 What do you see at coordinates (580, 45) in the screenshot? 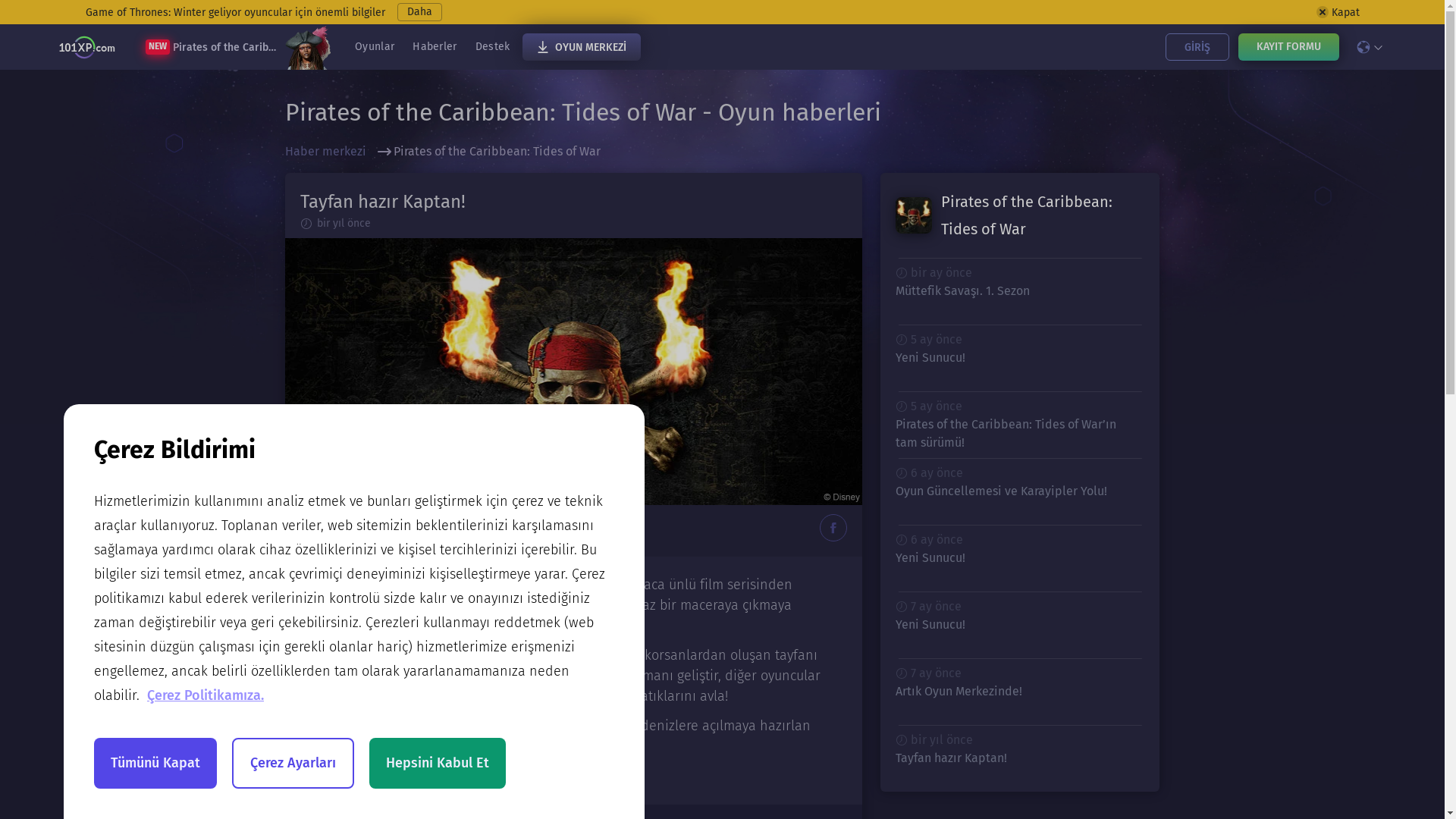
I see `'OYUN MERKEZI'` at bounding box center [580, 45].